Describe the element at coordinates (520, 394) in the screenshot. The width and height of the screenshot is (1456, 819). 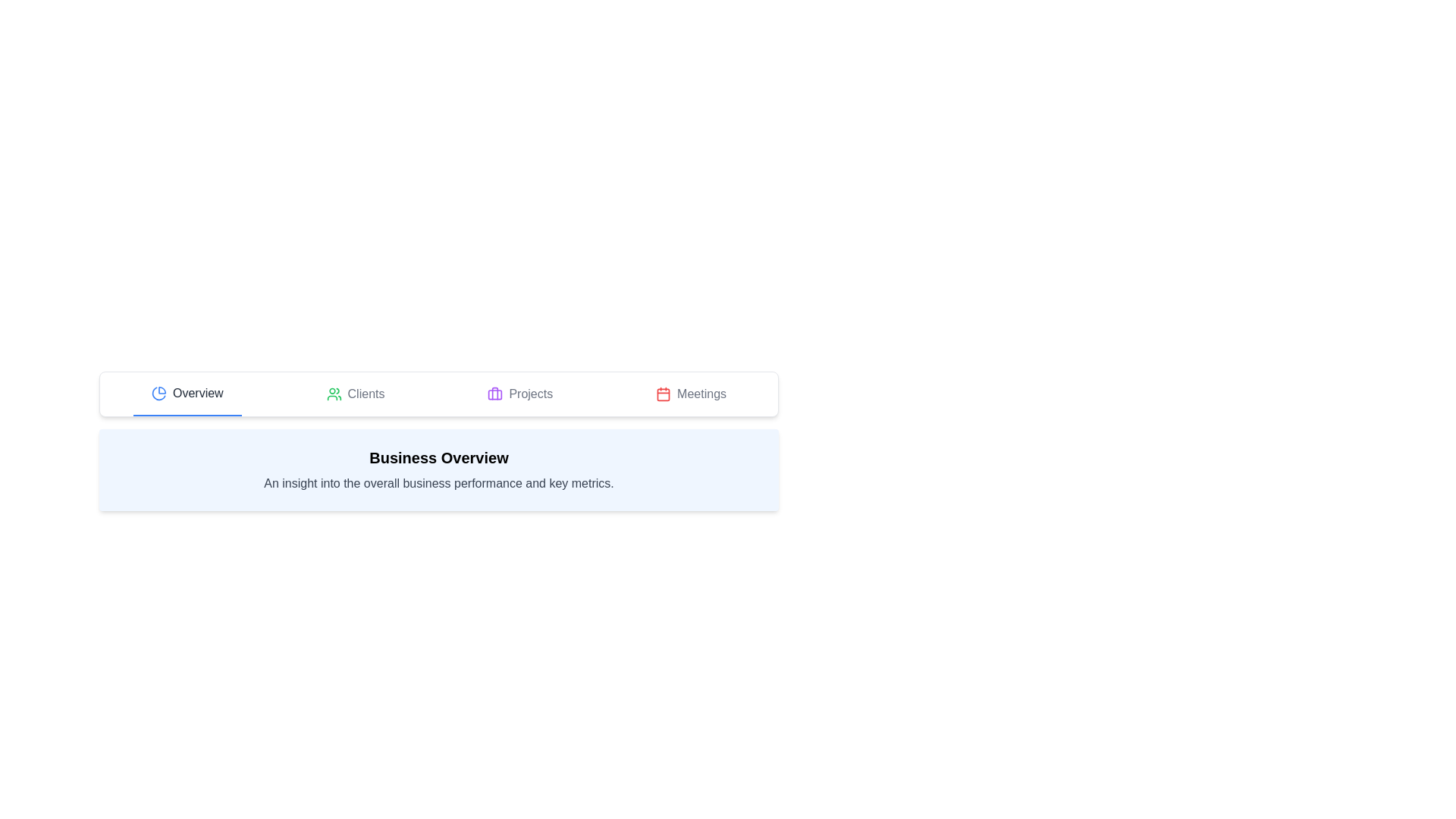
I see `the third navigation link in the navigation bar, which directs to the 'Projects' section` at that location.